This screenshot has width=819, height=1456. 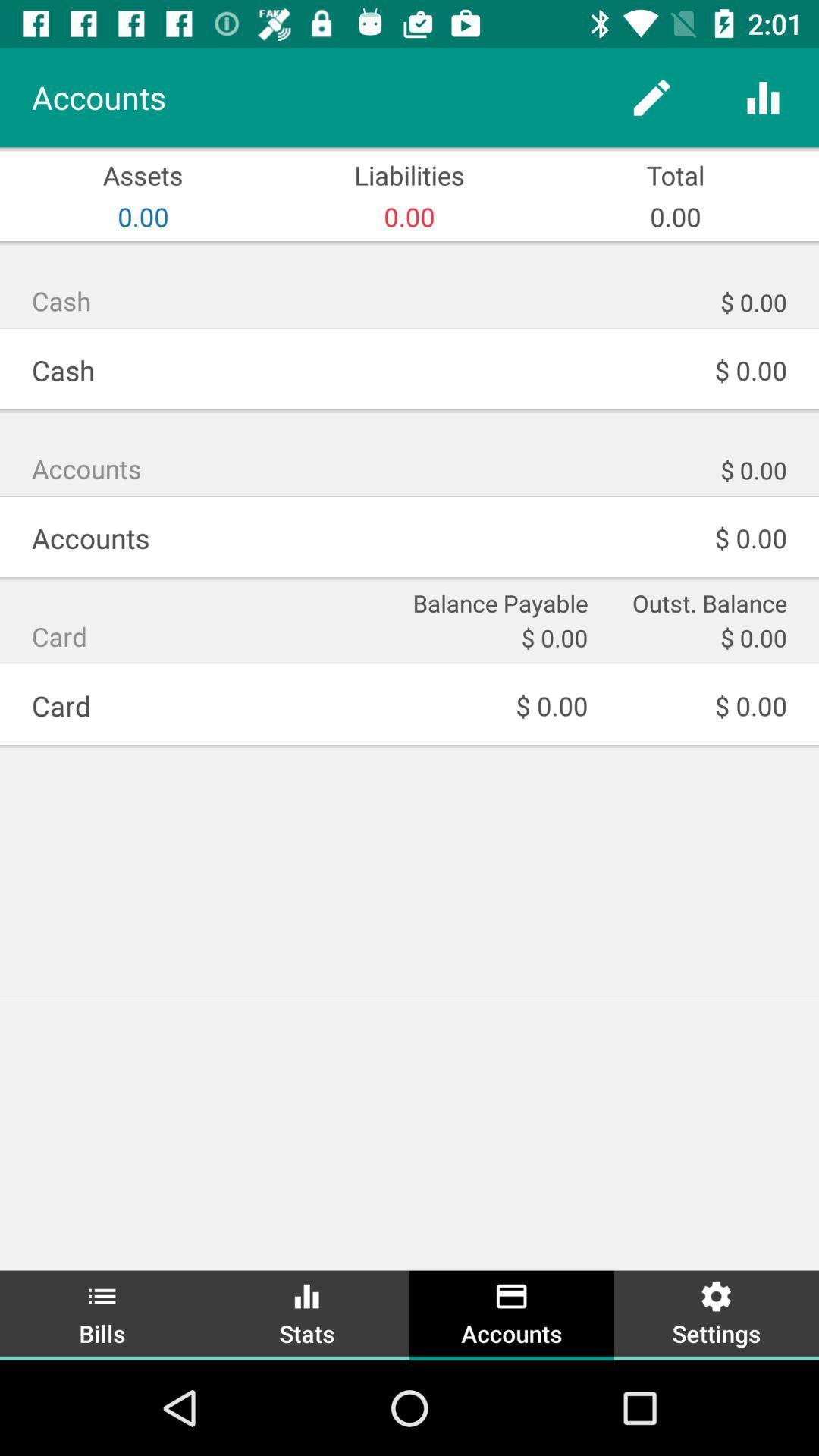 I want to click on the icon below card, so click(x=102, y=1313).